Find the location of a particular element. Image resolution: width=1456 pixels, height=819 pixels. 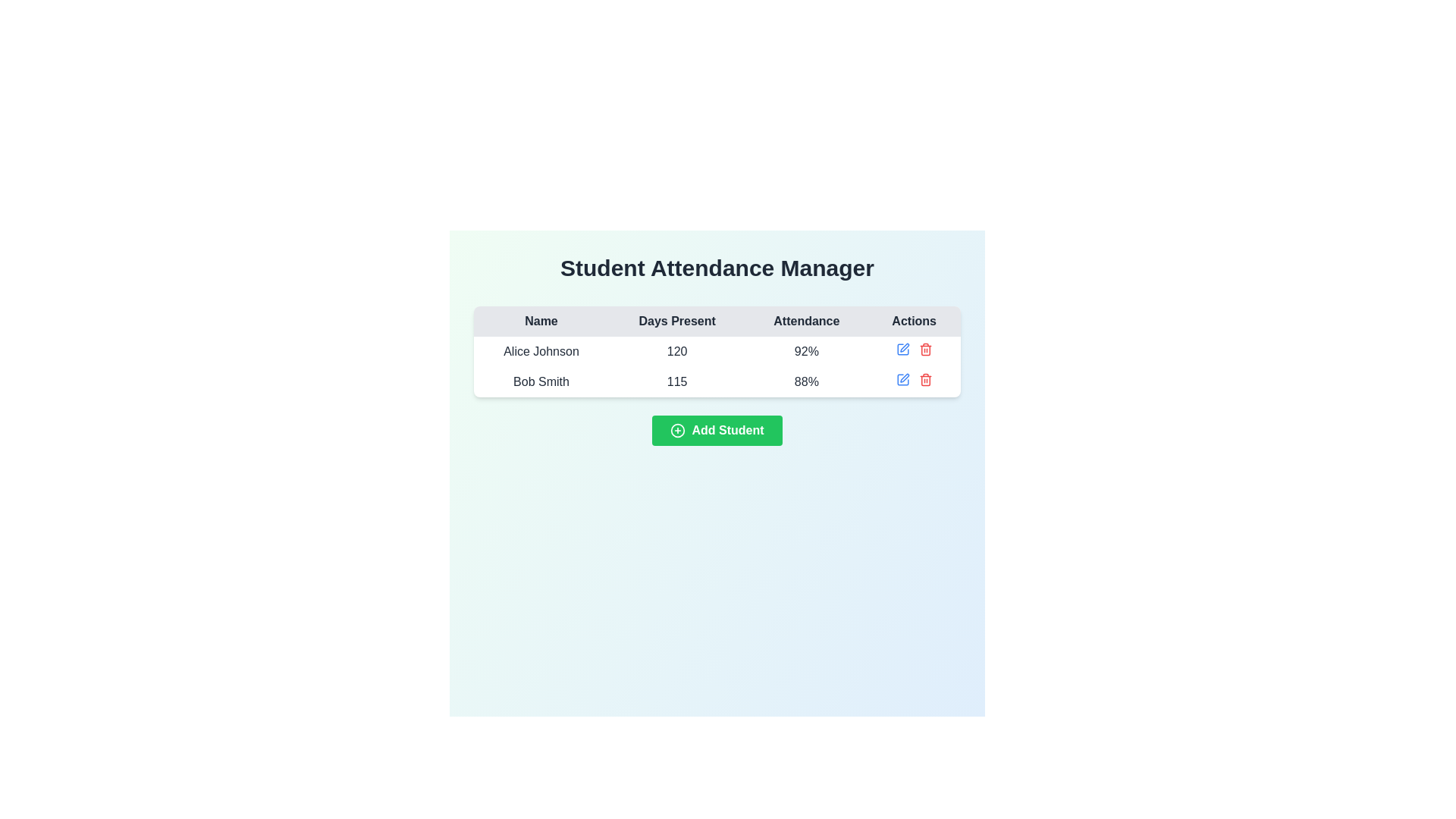

the edit button located is located at coordinates (902, 379).